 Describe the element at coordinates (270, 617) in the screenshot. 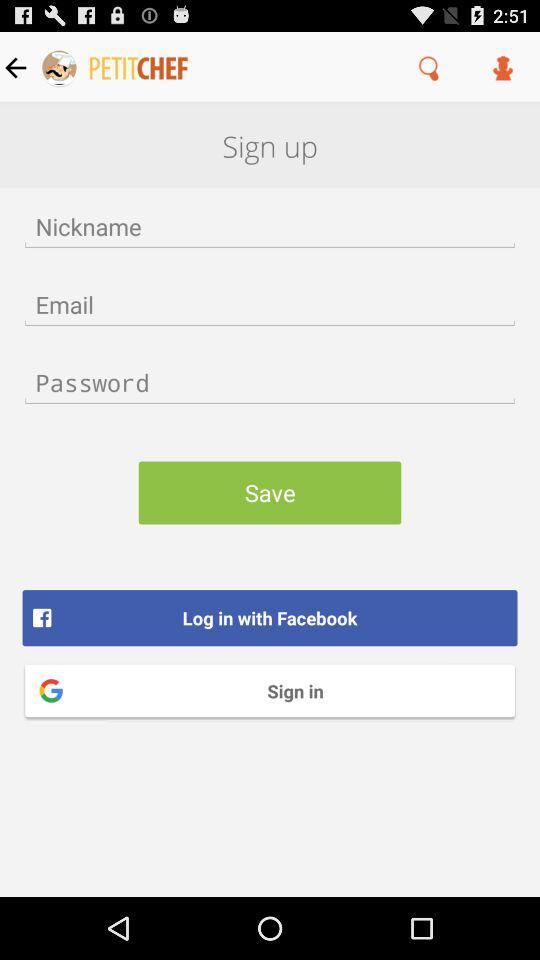

I see `the button below save icon` at that location.